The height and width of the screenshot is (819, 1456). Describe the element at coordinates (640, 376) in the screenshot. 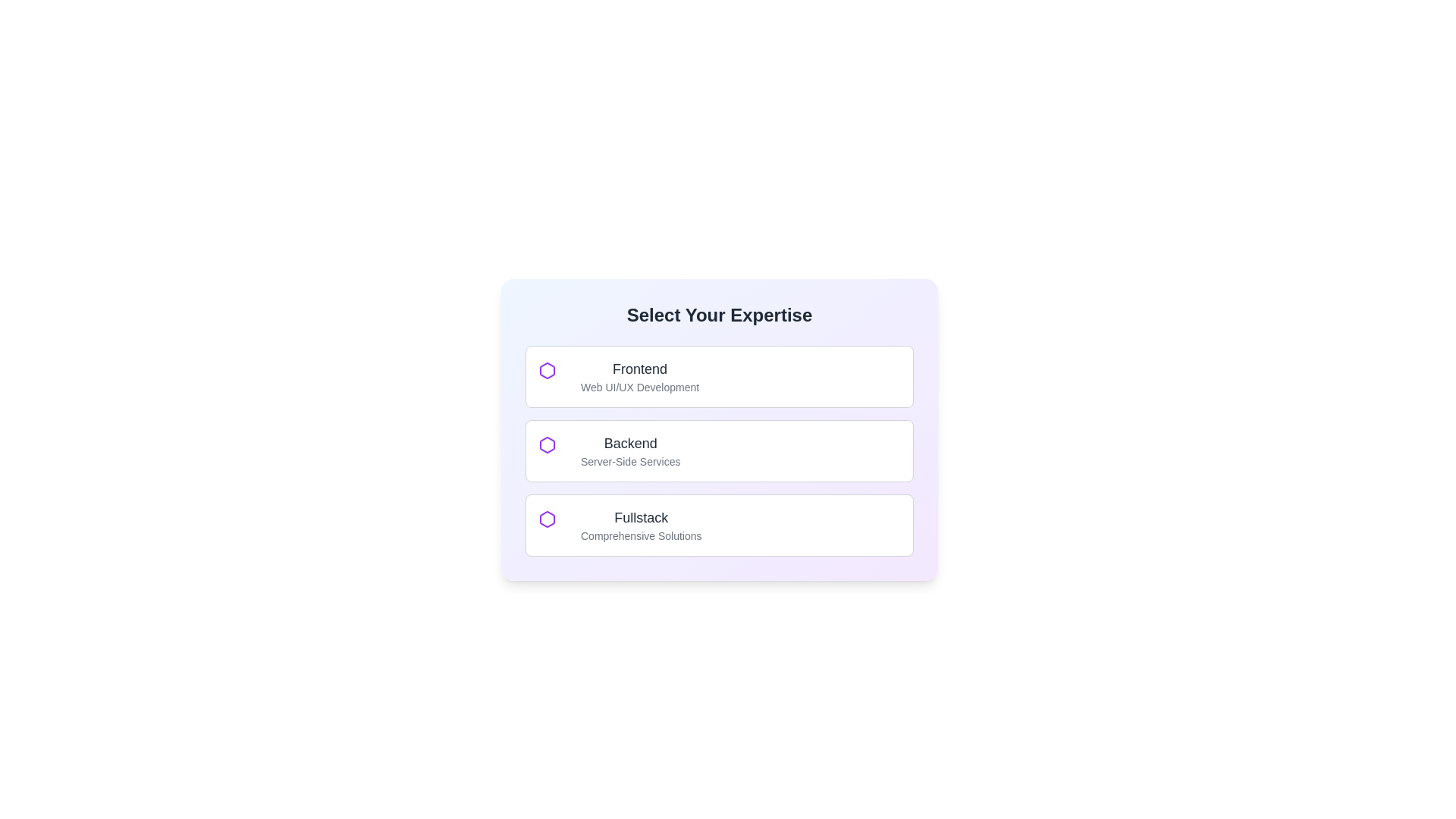

I see `the text block titled 'Frontend' with the subtitle 'Web UI/UX Development', located within the first selectable card under the 'Select Your Expertise' section` at that location.